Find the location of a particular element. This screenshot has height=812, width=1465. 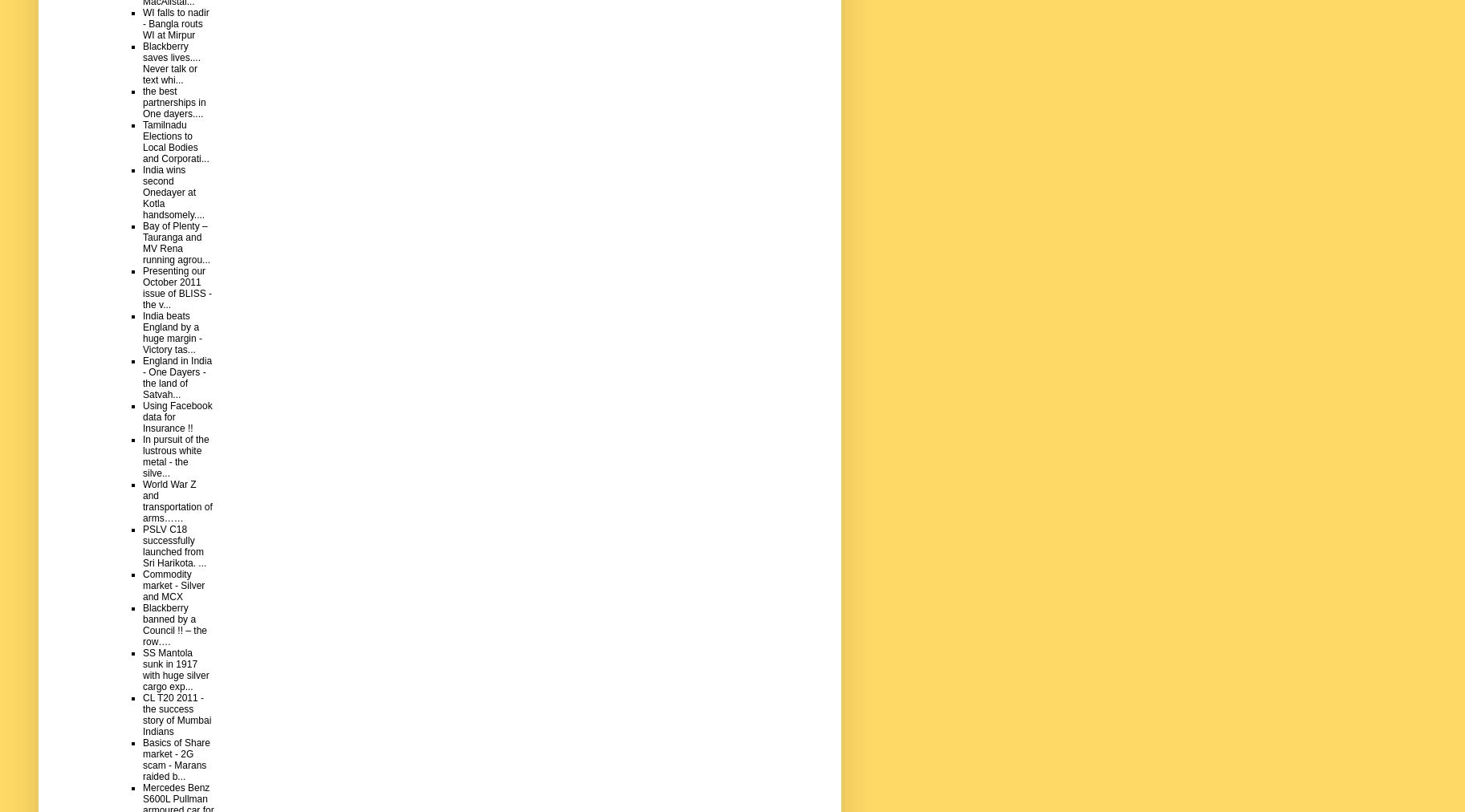

'Presenting our October 2011 issue of BLISS - the v...' is located at coordinates (177, 286).